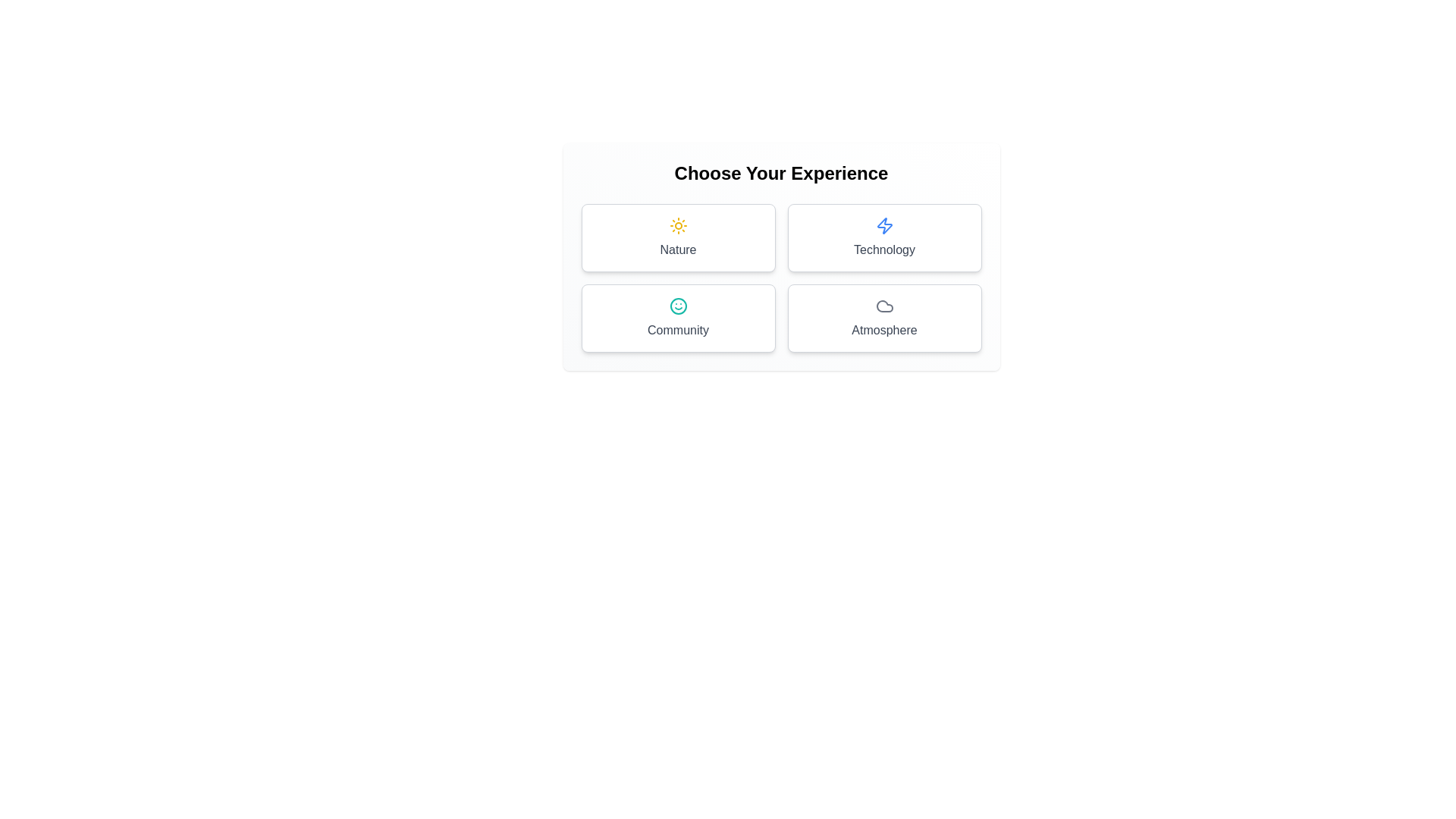  Describe the element at coordinates (677, 237) in the screenshot. I see `the button representing the theme Nature` at that location.